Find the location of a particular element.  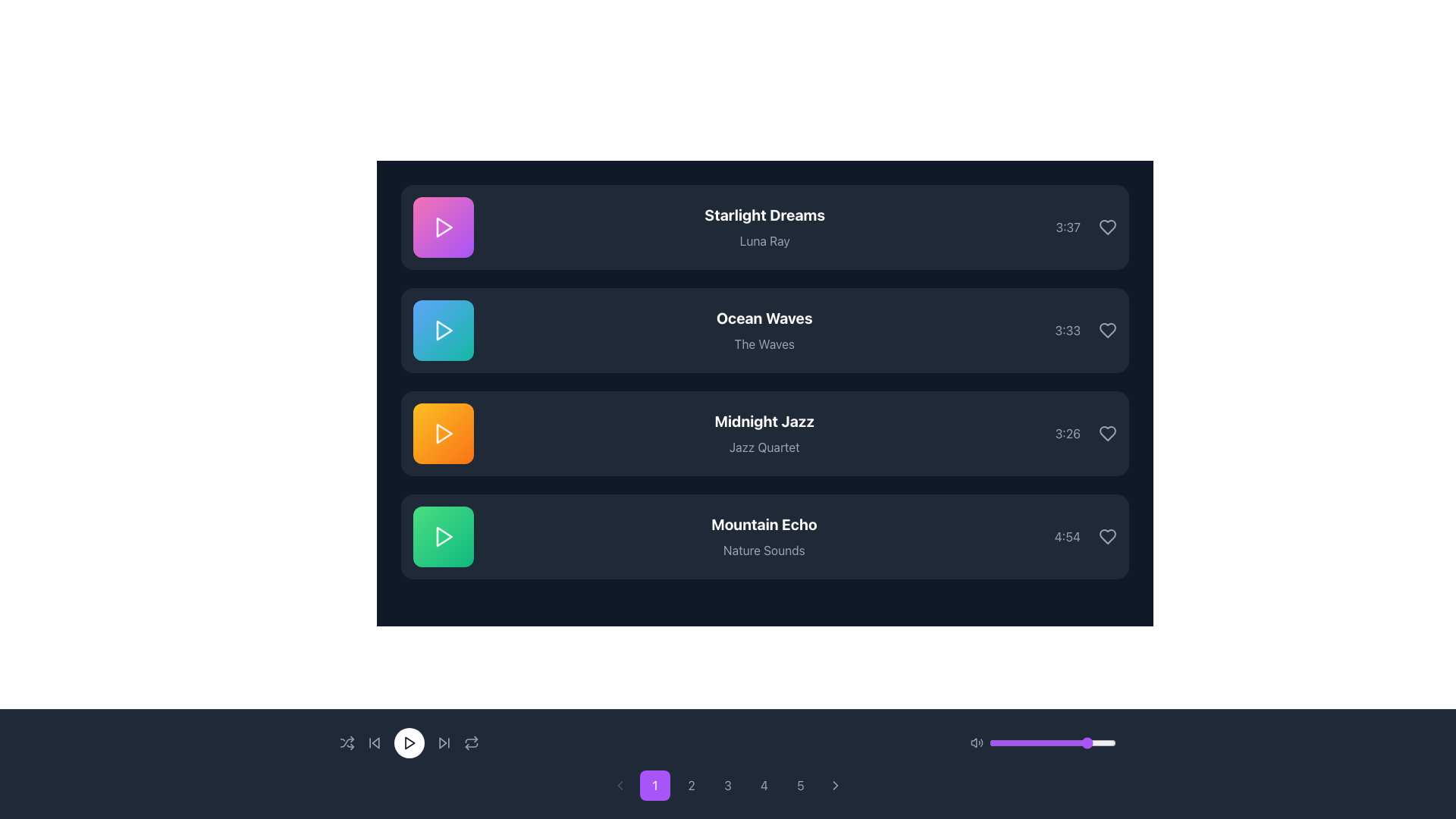

the play button located to the left of the 'Ocean Waves' text in the second row of the media list is located at coordinates (443, 329).